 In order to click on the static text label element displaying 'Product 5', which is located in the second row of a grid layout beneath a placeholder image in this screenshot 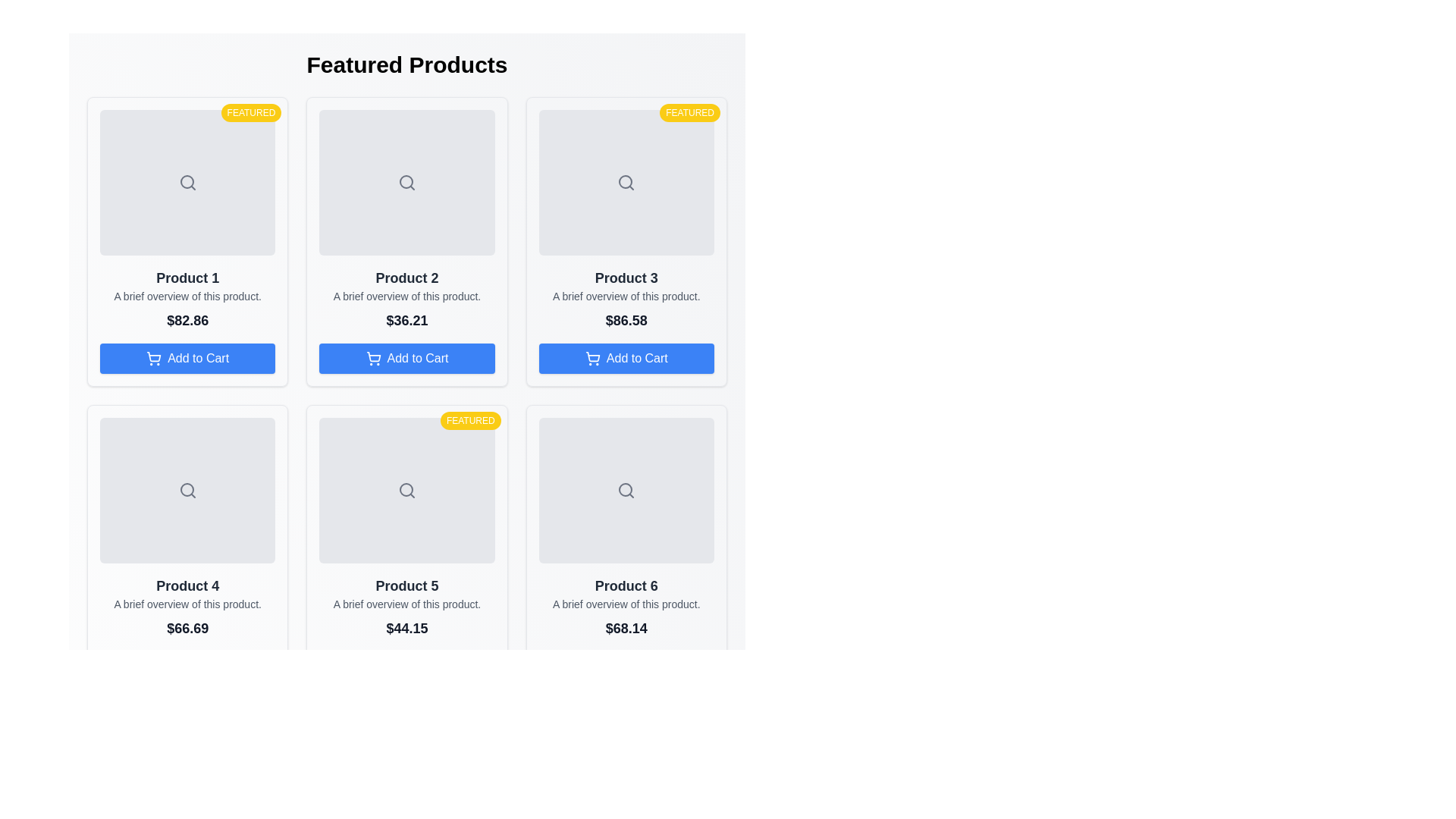, I will do `click(407, 585)`.